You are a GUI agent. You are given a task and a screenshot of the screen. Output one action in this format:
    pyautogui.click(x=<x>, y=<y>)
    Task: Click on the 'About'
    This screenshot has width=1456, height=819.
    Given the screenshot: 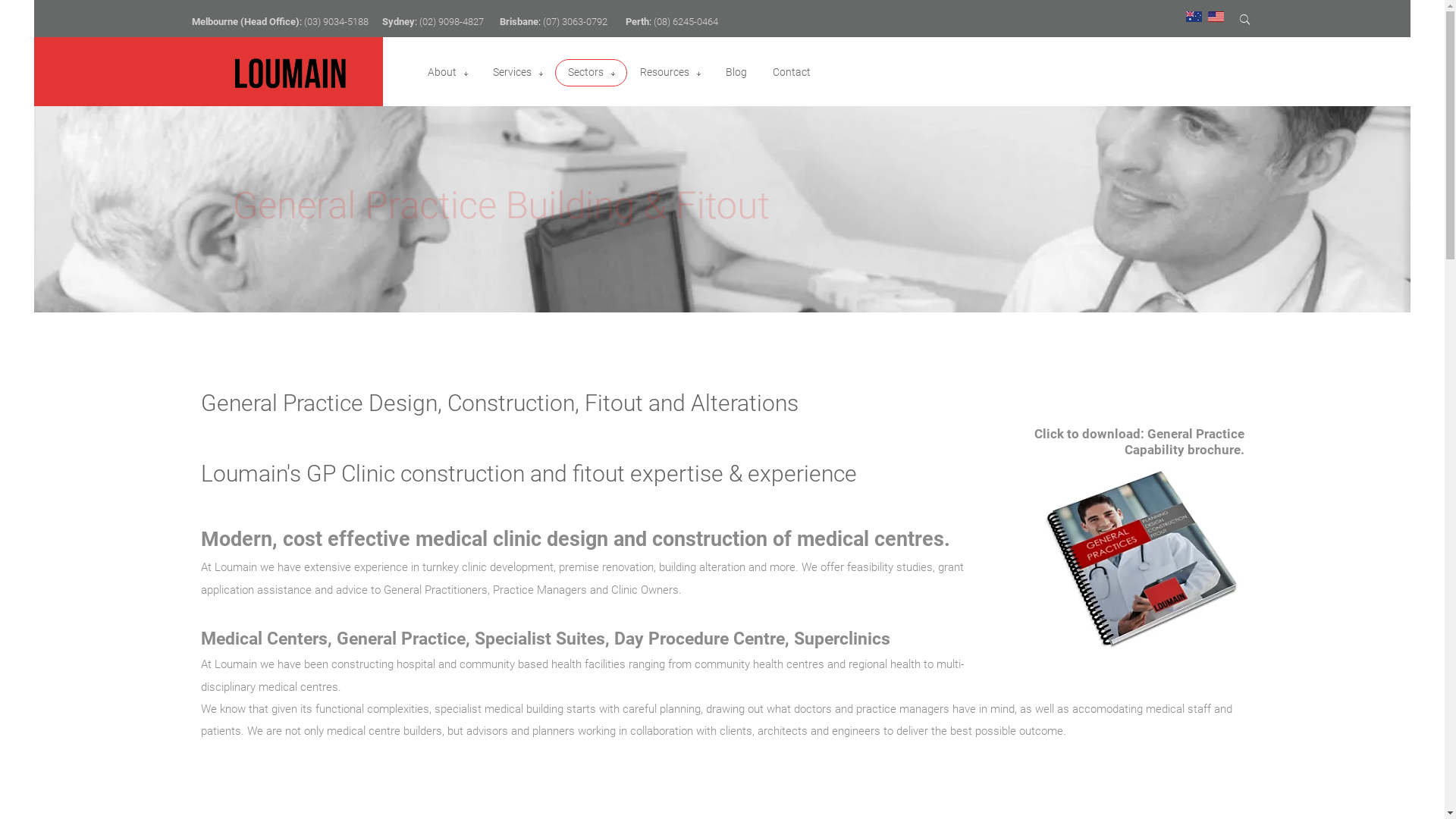 What is the action you would take?
    pyautogui.click(x=447, y=72)
    